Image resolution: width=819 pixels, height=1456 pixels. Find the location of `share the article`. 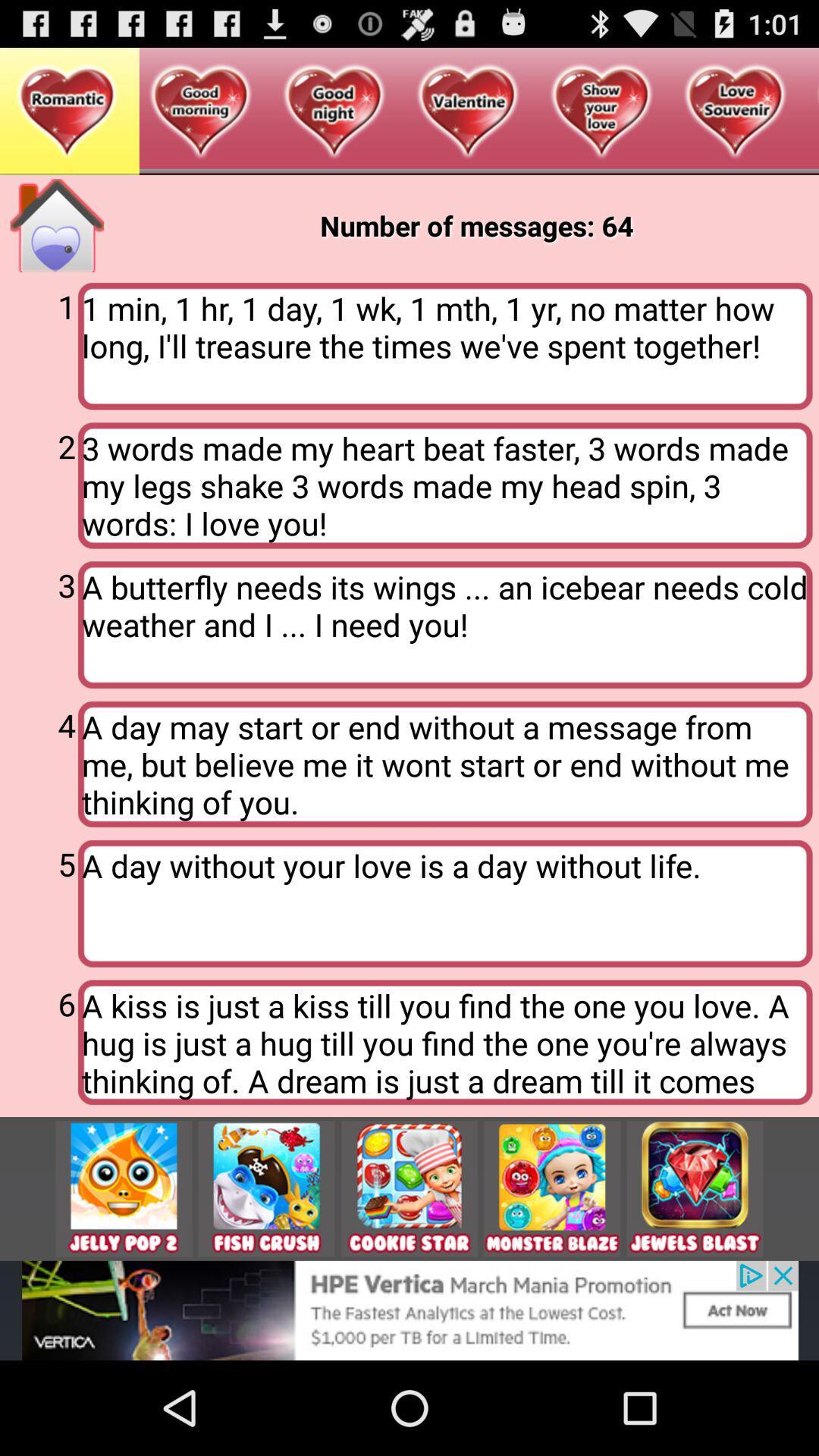

share the article is located at coordinates (123, 1188).